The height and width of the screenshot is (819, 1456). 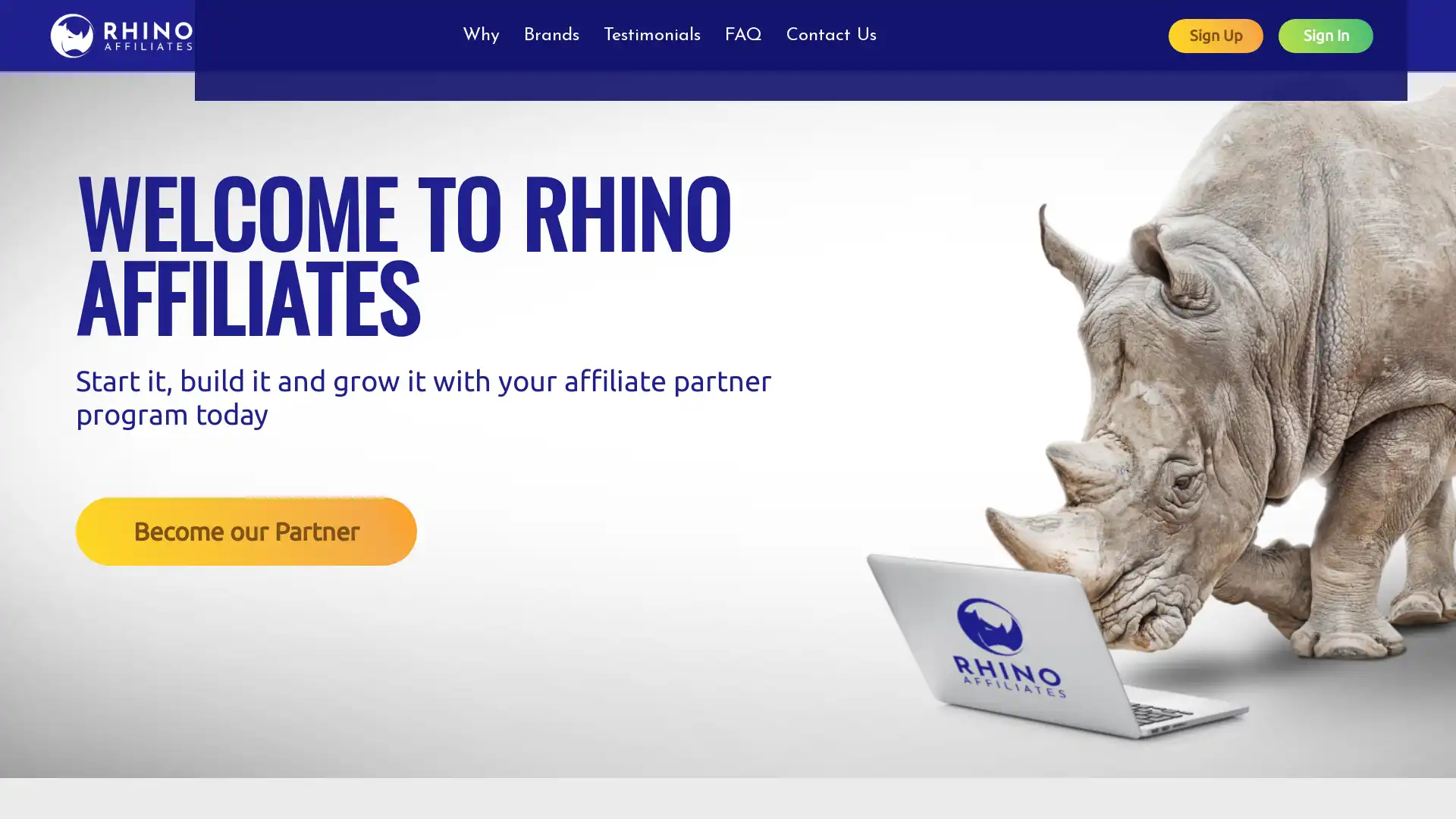 What do you see at coordinates (1360, 34) in the screenshot?
I see `Sign In` at bounding box center [1360, 34].